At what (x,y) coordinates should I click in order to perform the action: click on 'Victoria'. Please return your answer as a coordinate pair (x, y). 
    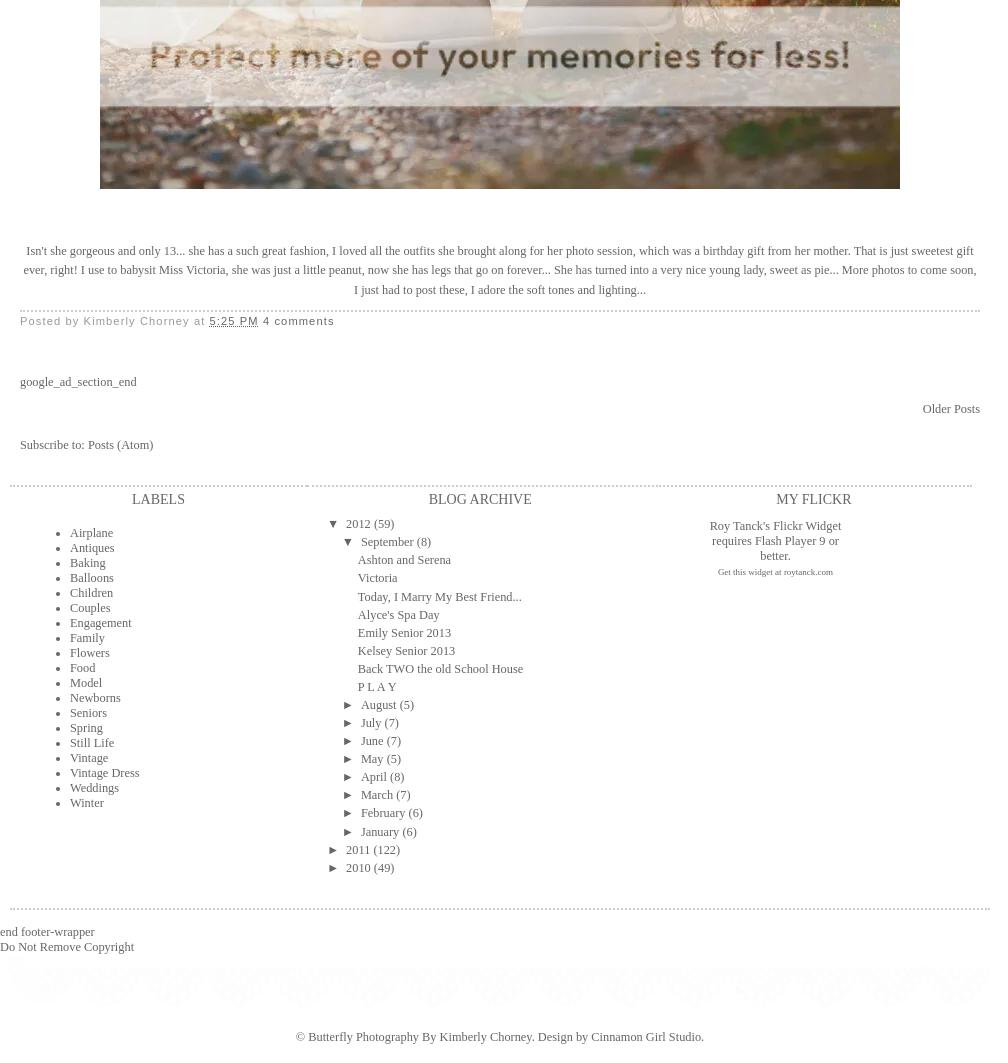
    Looking at the image, I should click on (376, 576).